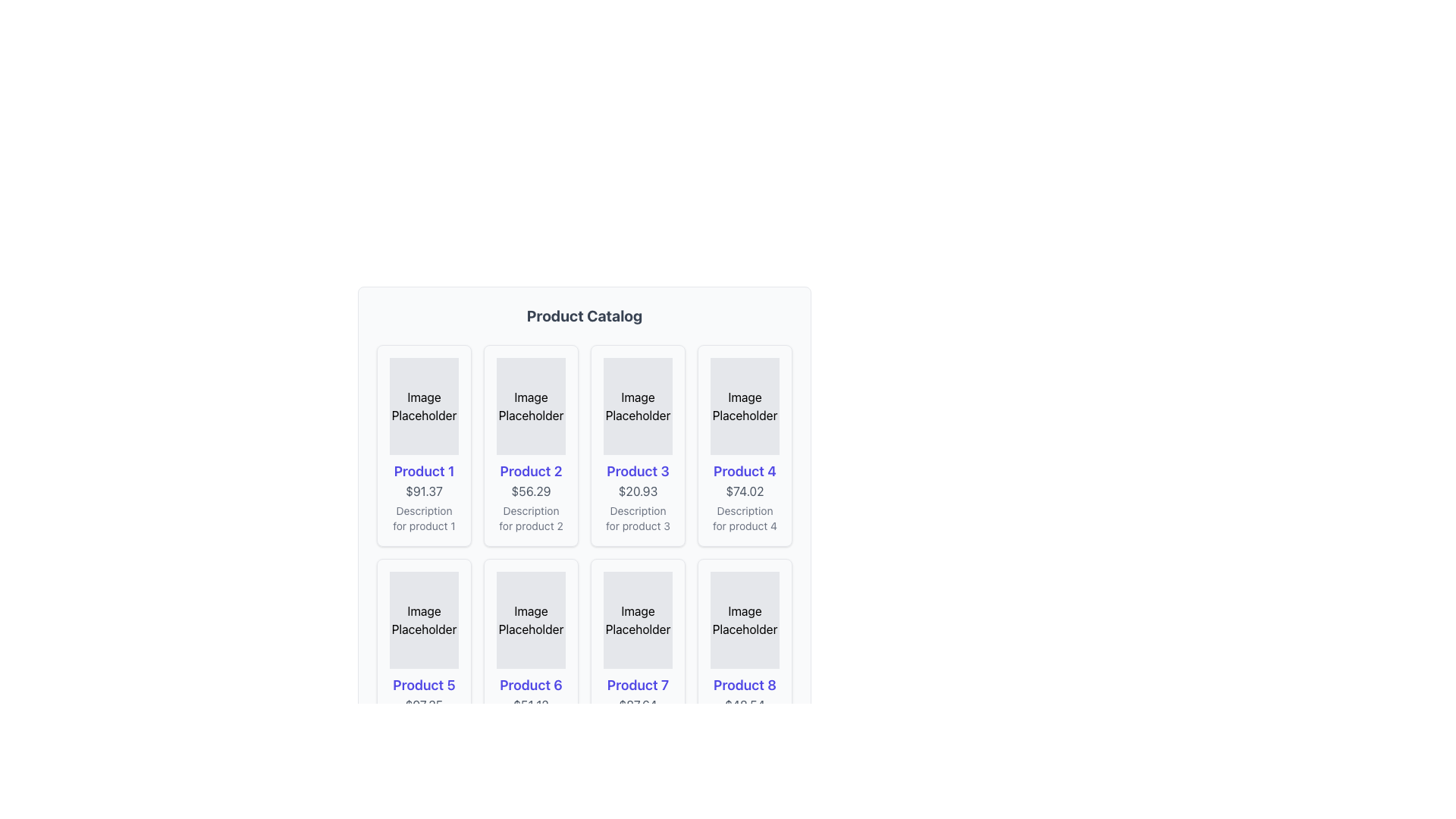 This screenshot has width=1456, height=819. Describe the element at coordinates (745, 685) in the screenshot. I see `text label 'Product 8' which is styled in bold indigo font, located in the bottom-left section of the grid layout in the second row's last column of the product card` at that location.